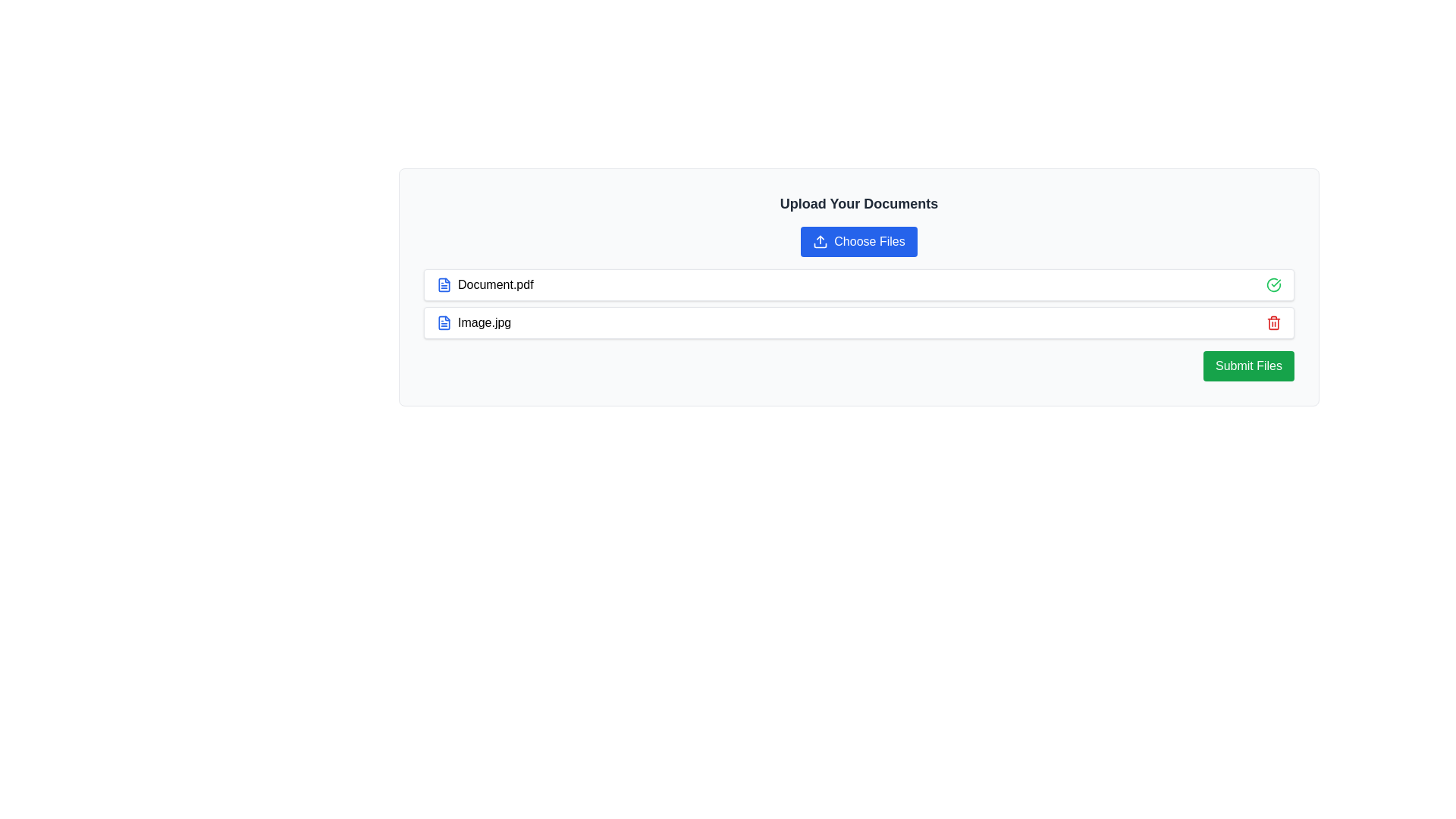 This screenshot has height=819, width=1456. What do you see at coordinates (1274, 284) in the screenshot?
I see `the green circular checkmark icon indicating a successful state for the list item labeled 'Document.pdf'` at bounding box center [1274, 284].